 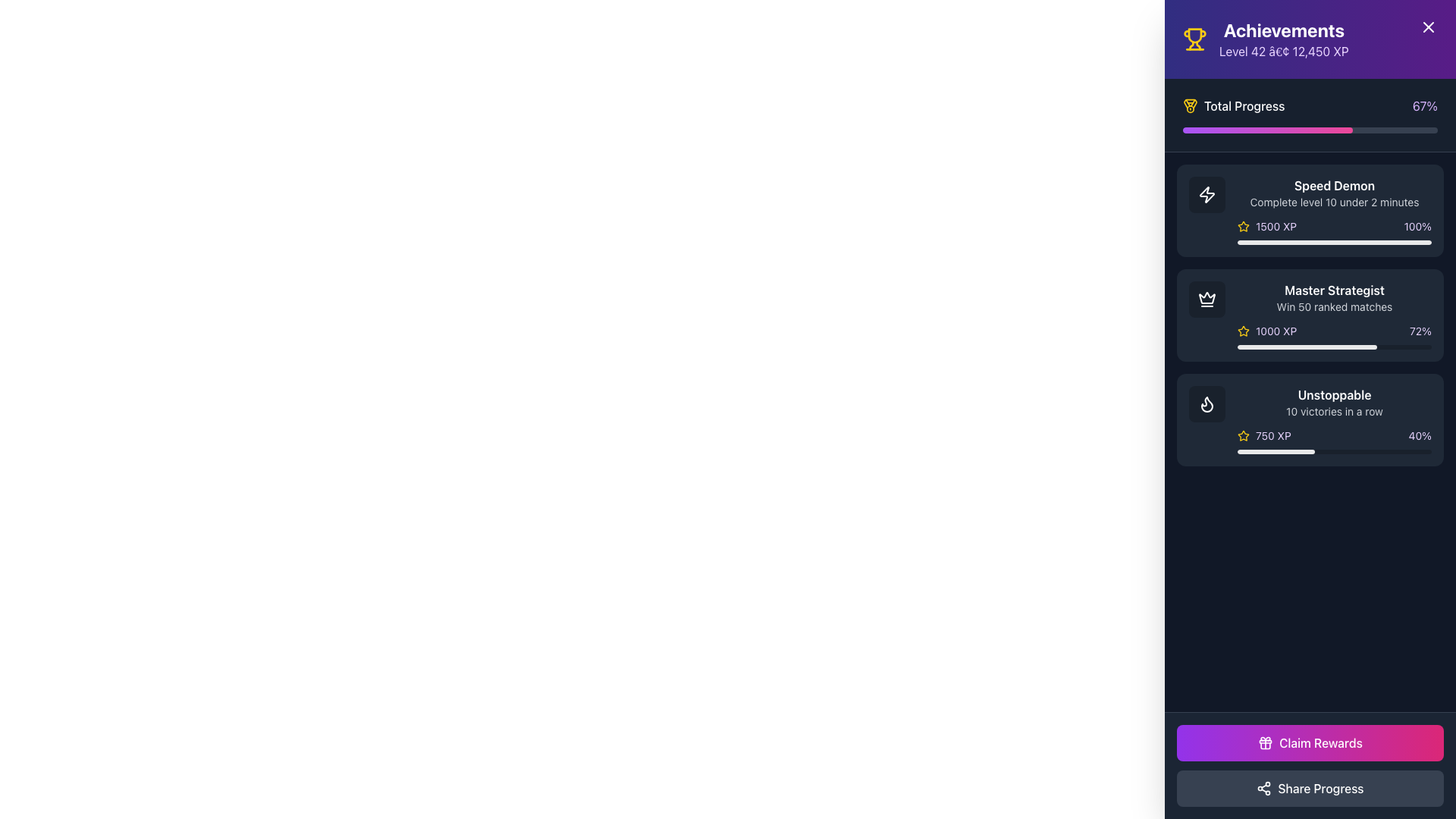 What do you see at coordinates (1207, 403) in the screenshot?
I see `the flame icon that represents the 'Unstoppable' achievement, which is styled with a curved and pointed outline and is positioned to the left of the text content` at bounding box center [1207, 403].